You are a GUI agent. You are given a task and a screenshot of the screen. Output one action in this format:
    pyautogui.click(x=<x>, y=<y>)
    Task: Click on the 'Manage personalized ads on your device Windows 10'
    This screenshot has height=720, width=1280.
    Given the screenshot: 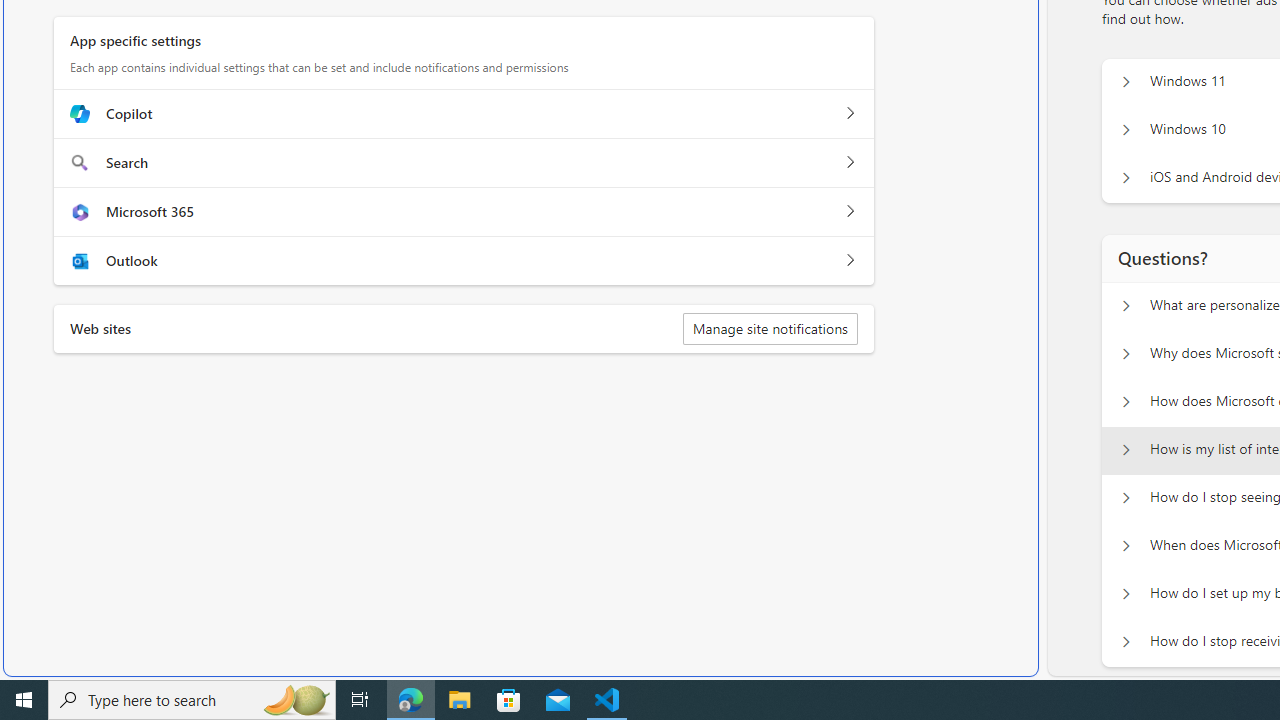 What is the action you would take?
    pyautogui.click(x=1125, y=130)
    